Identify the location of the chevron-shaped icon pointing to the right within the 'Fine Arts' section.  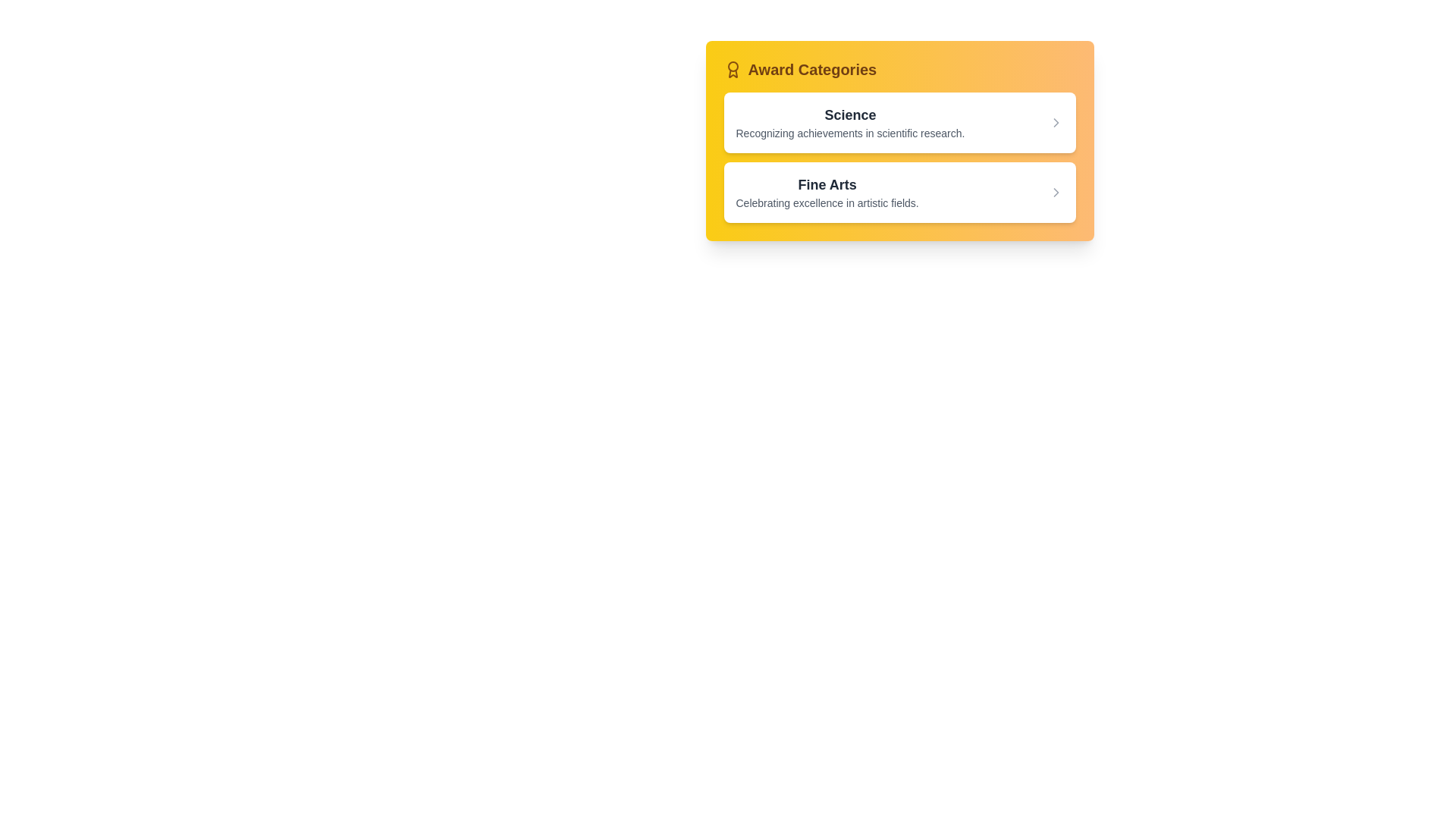
(1055, 192).